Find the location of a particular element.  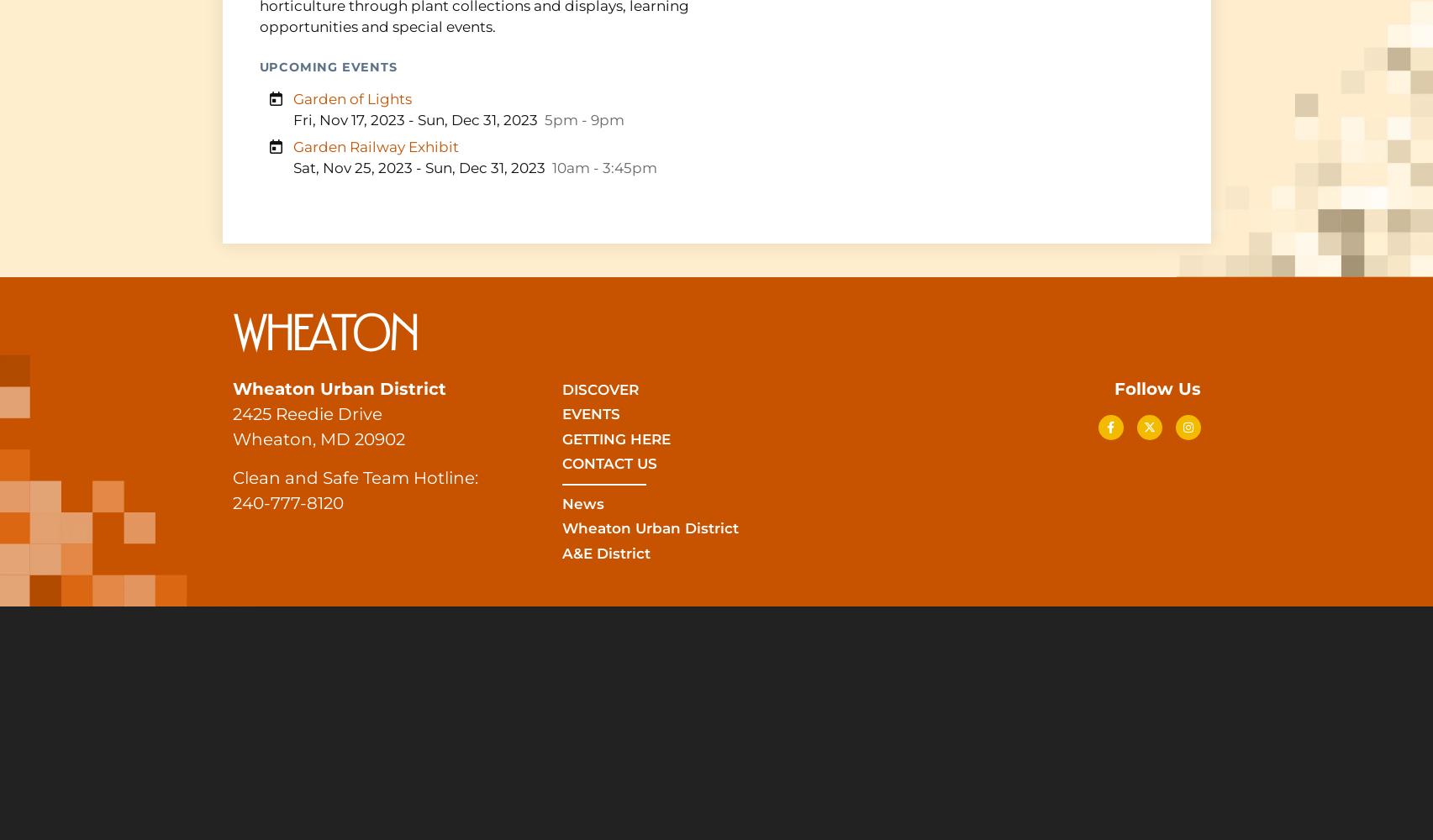

'5pm - 9pm' is located at coordinates (583, 120).